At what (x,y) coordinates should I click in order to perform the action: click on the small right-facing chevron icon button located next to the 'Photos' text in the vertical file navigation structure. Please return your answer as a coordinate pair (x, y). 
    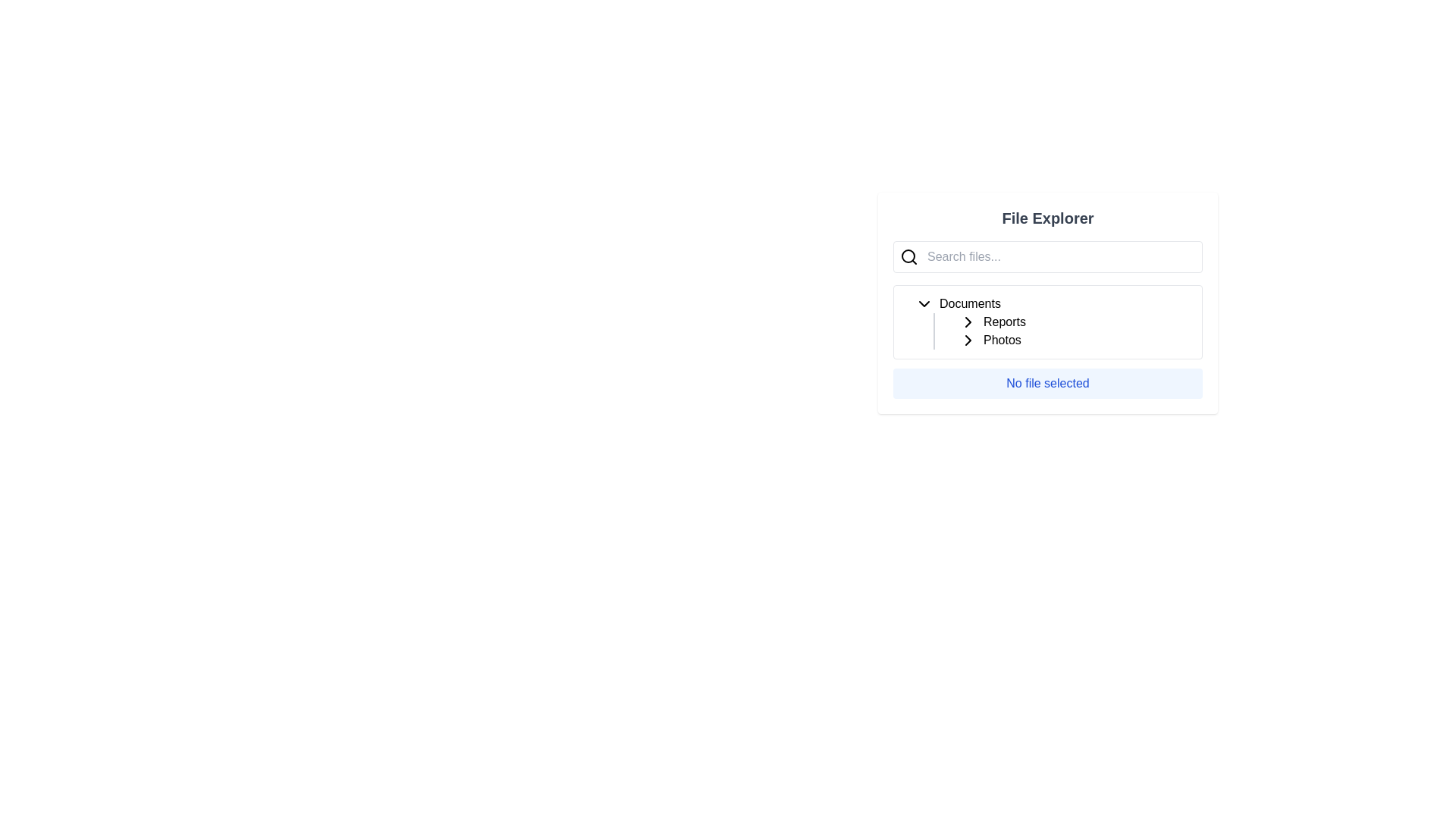
    Looking at the image, I should click on (967, 339).